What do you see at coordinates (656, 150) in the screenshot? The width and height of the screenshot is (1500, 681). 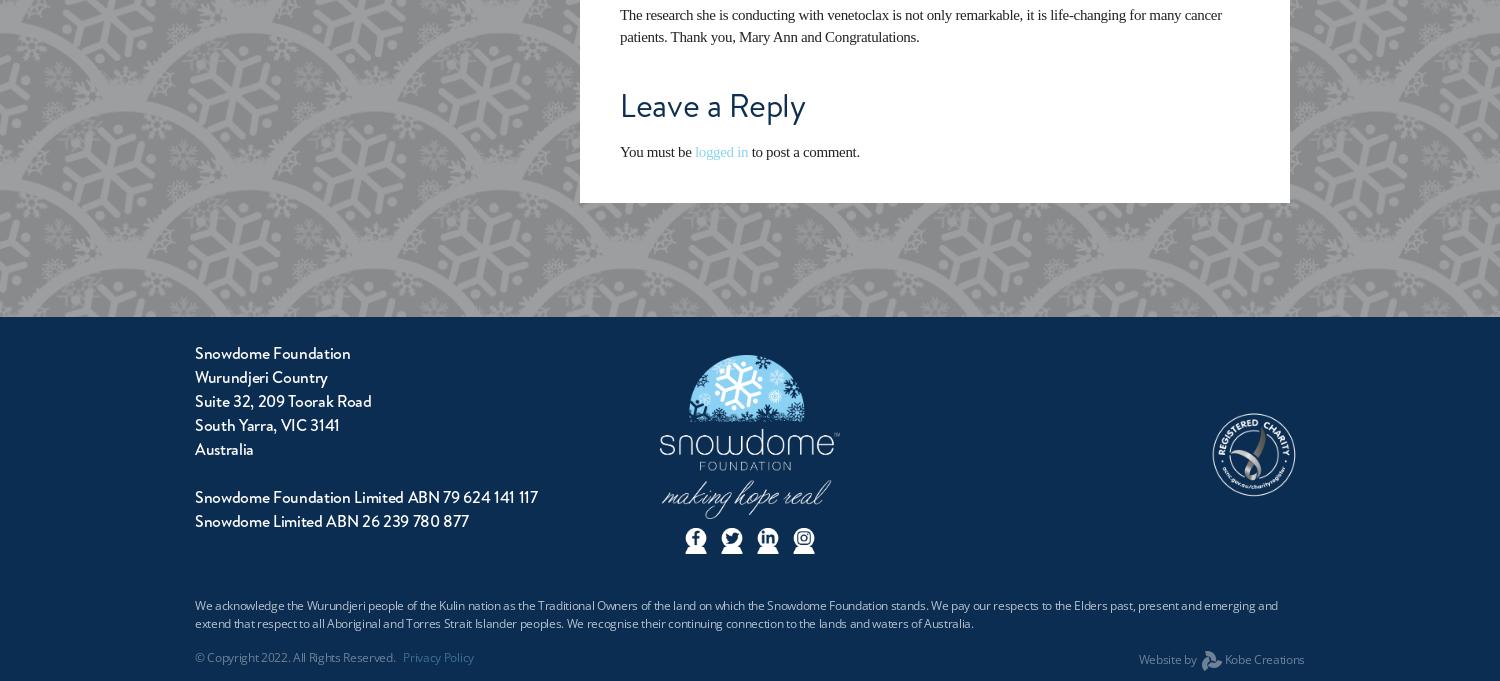 I see `'You must be'` at bounding box center [656, 150].